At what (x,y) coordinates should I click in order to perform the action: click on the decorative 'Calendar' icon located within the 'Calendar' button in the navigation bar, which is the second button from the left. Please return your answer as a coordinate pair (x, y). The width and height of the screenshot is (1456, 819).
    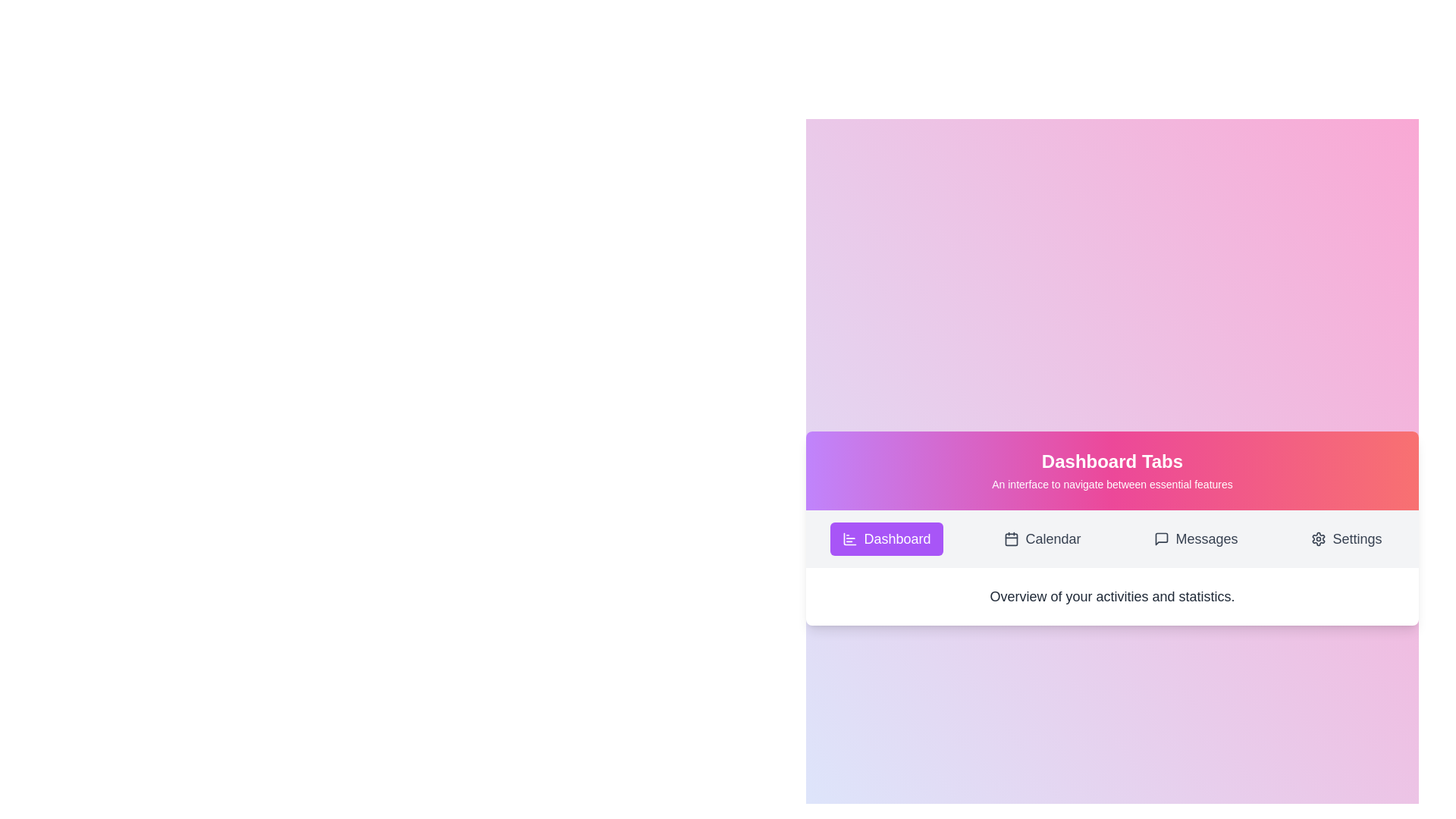
    Looking at the image, I should click on (1012, 538).